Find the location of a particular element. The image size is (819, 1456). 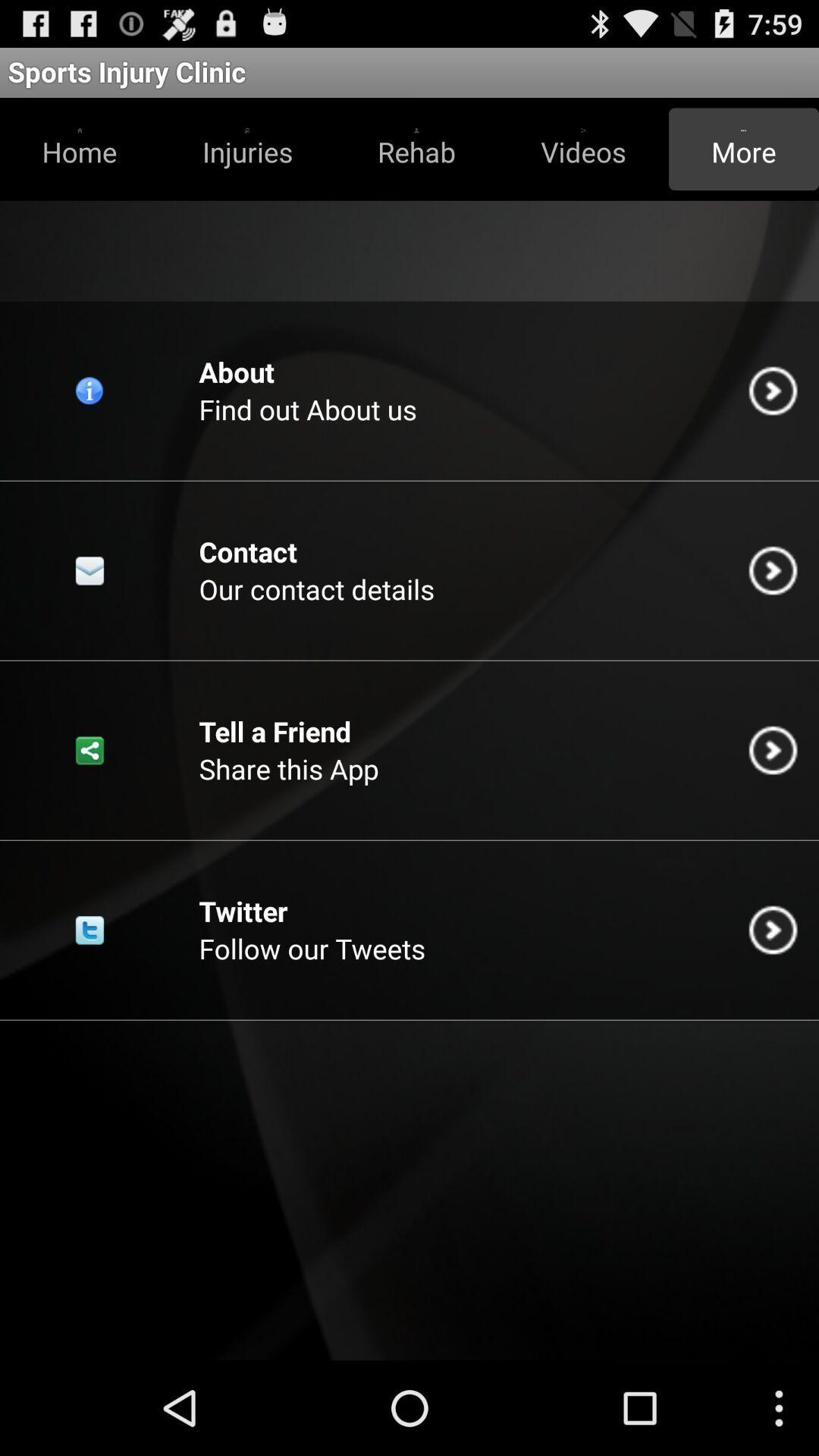

rehab is located at coordinates (416, 149).